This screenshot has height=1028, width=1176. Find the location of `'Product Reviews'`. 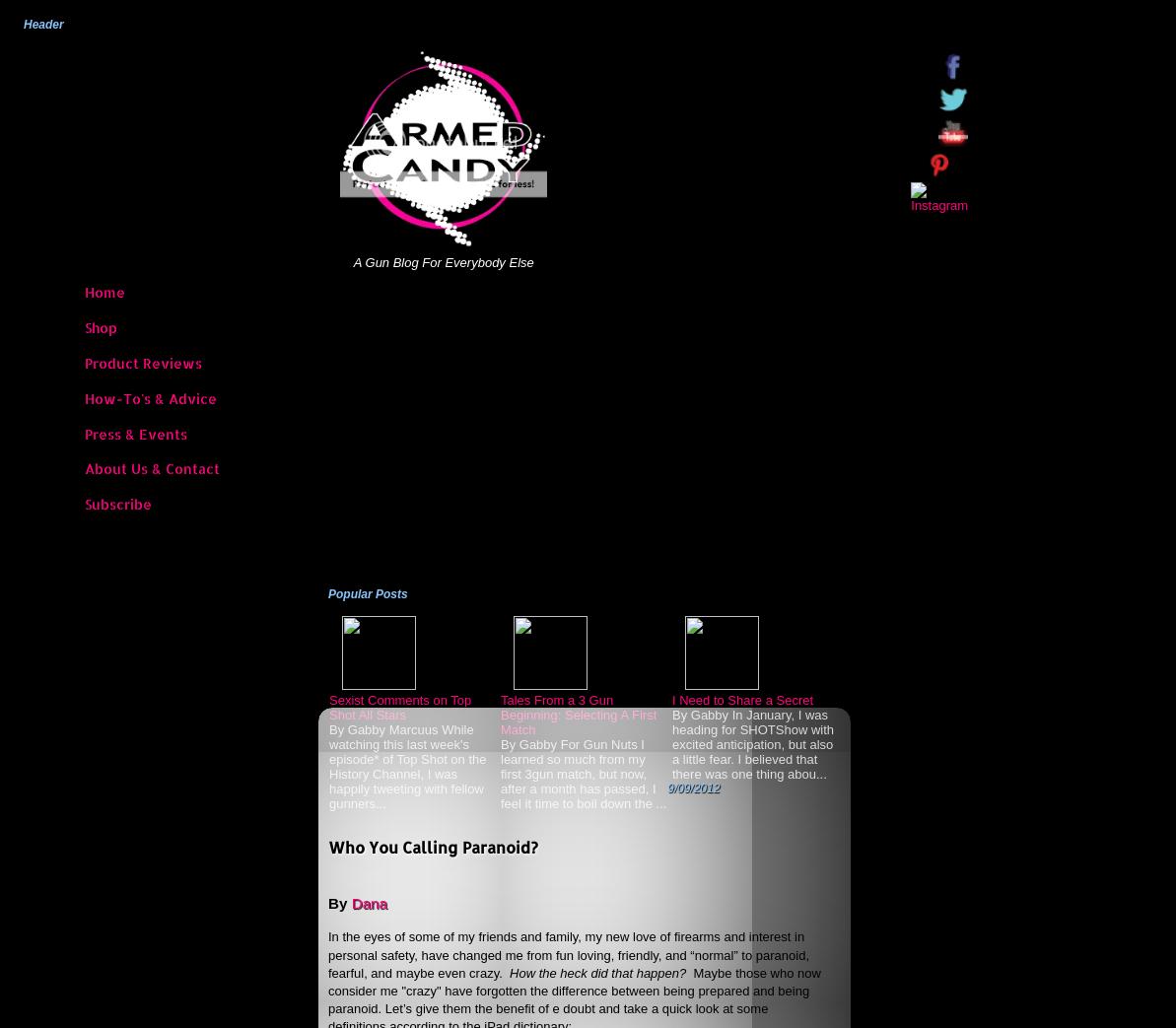

'Product Reviews' is located at coordinates (143, 362).